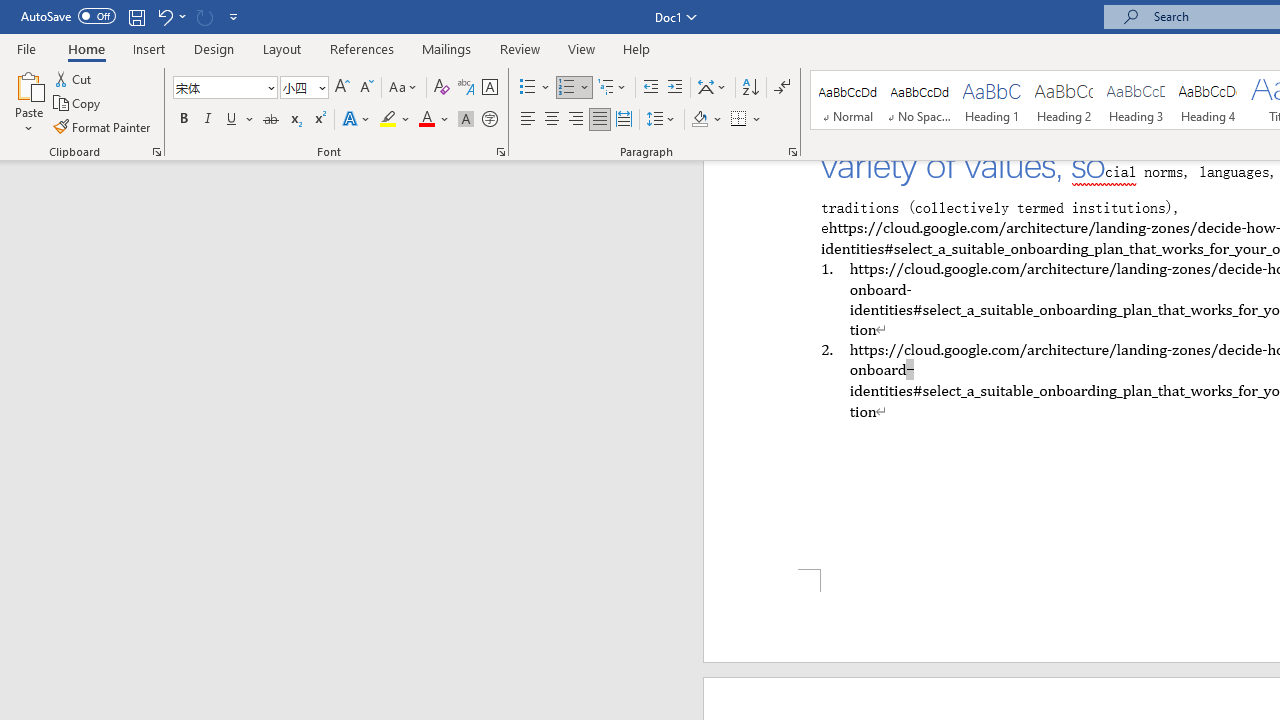 The image size is (1280, 720). I want to click on 'Shading RGB(0, 0, 0)', so click(699, 119).